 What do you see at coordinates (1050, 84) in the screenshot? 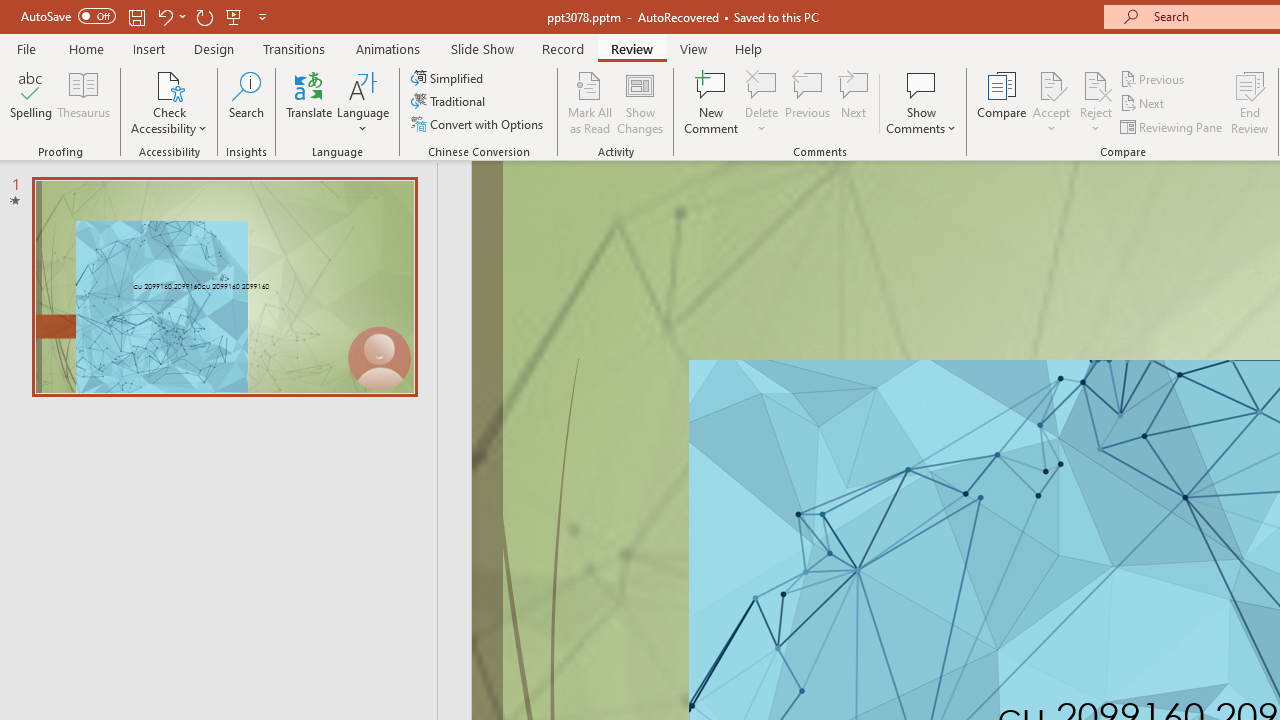
I see `'Accept Change'` at bounding box center [1050, 84].